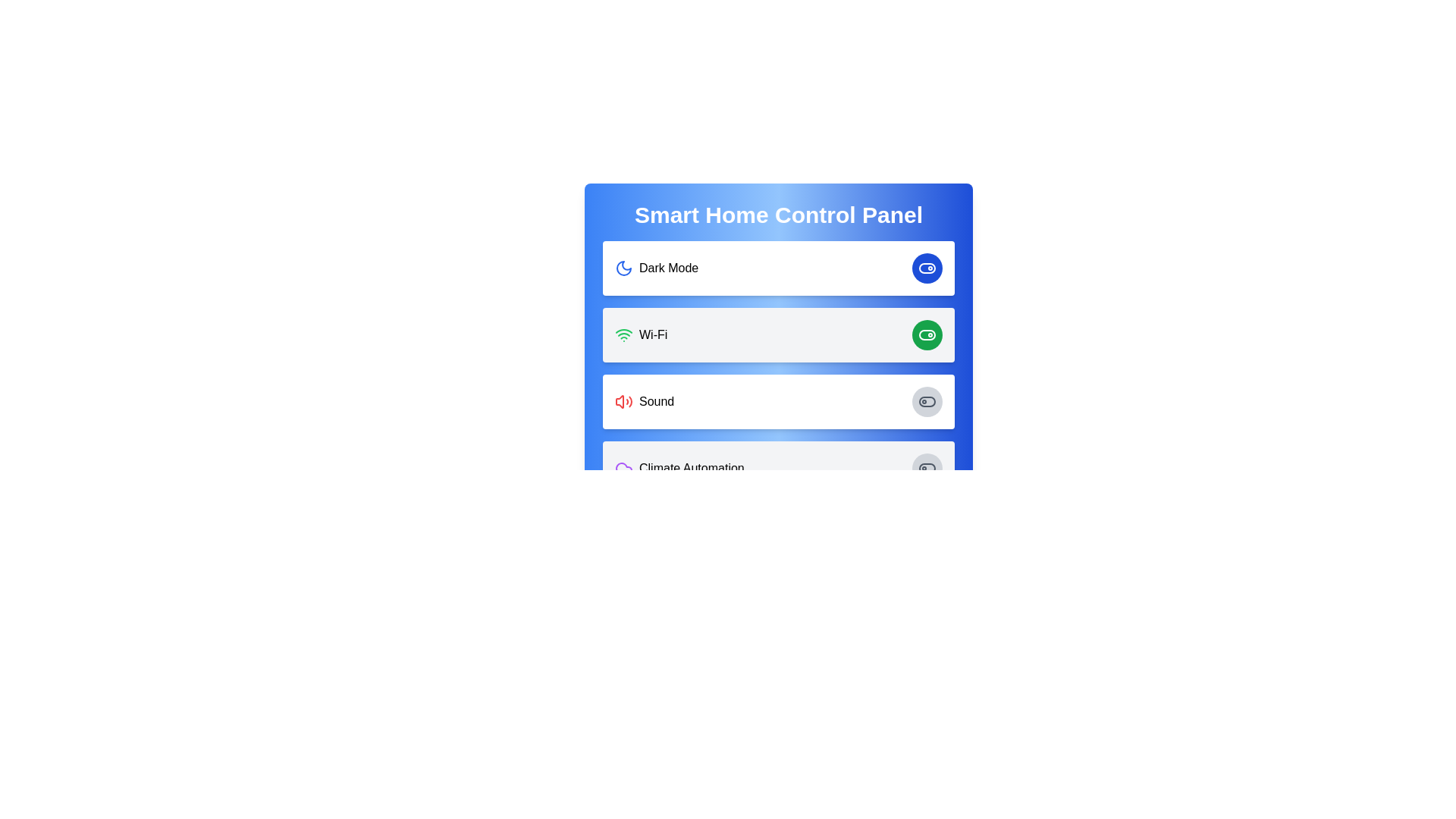 The width and height of the screenshot is (1456, 819). Describe the element at coordinates (927, 400) in the screenshot. I see `the toggle switch for the 'Sound' feature in the 'Smart Home Control Panel'` at that location.